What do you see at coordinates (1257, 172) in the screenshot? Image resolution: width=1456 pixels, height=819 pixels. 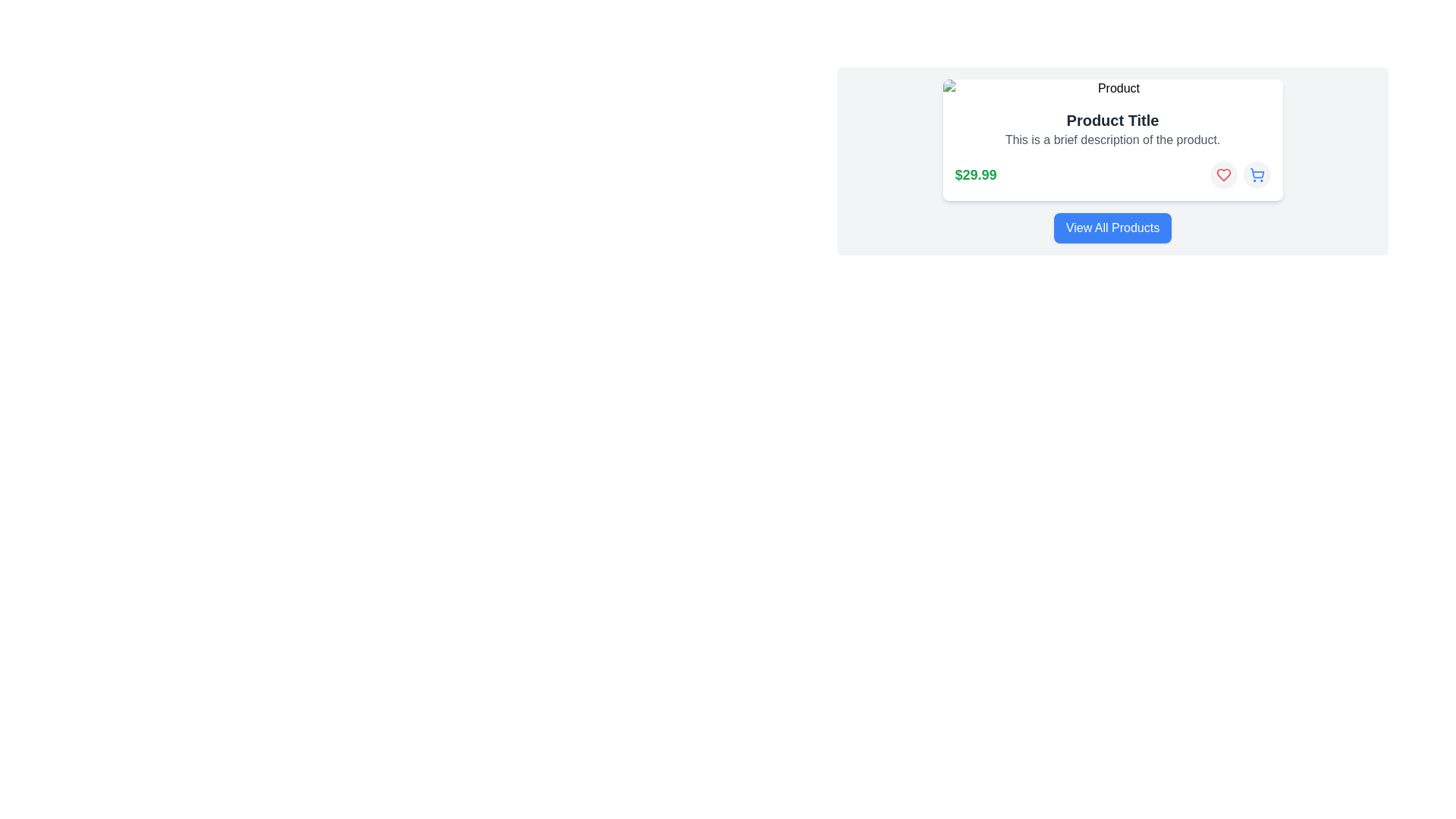 I see `the shopping cart icon element, which represents the main body of the cart with a triangular base and curved handle, located at the top-right of the card` at bounding box center [1257, 172].